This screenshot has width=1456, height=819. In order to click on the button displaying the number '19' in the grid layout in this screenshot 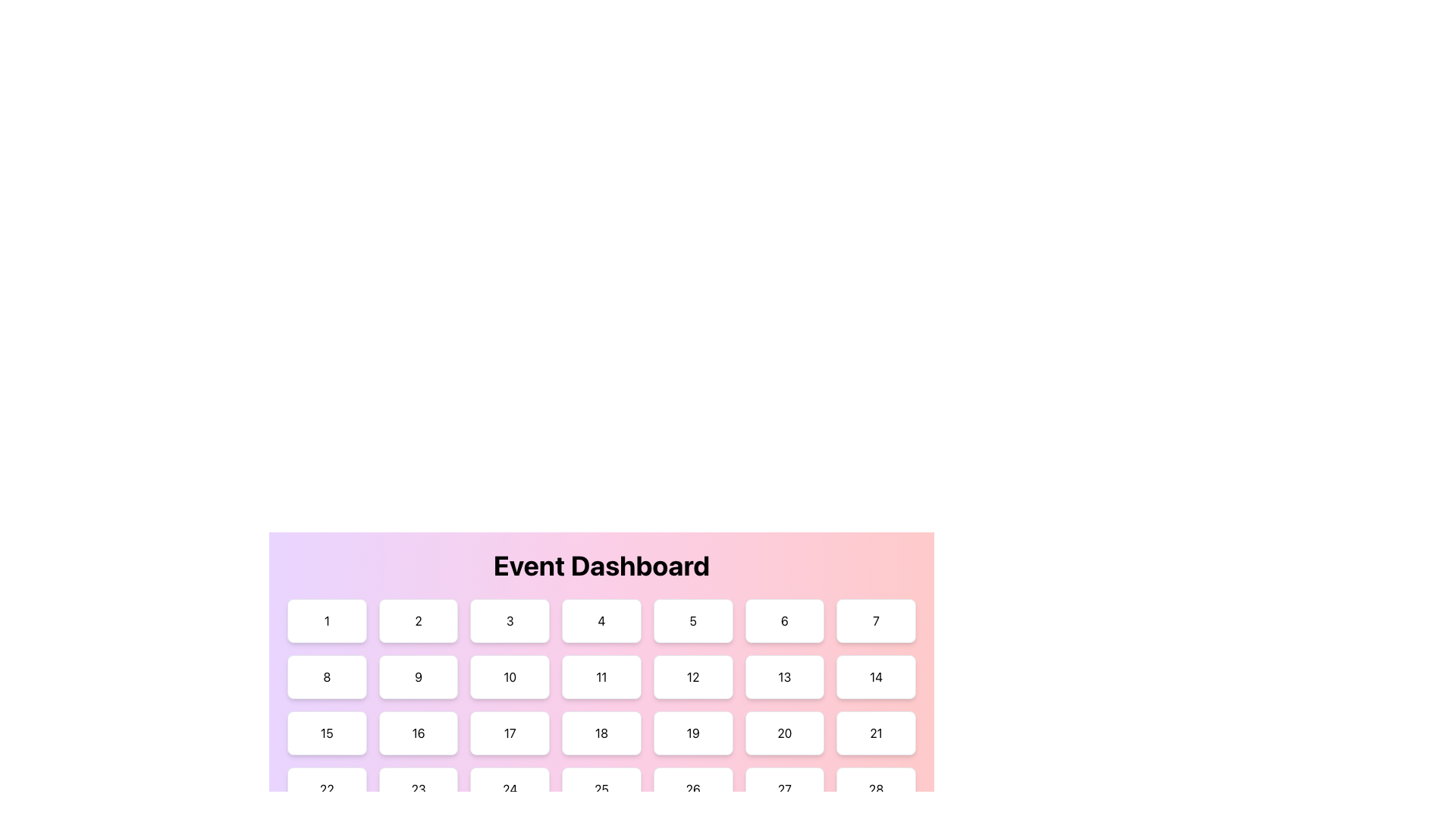, I will do `click(692, 733)`.